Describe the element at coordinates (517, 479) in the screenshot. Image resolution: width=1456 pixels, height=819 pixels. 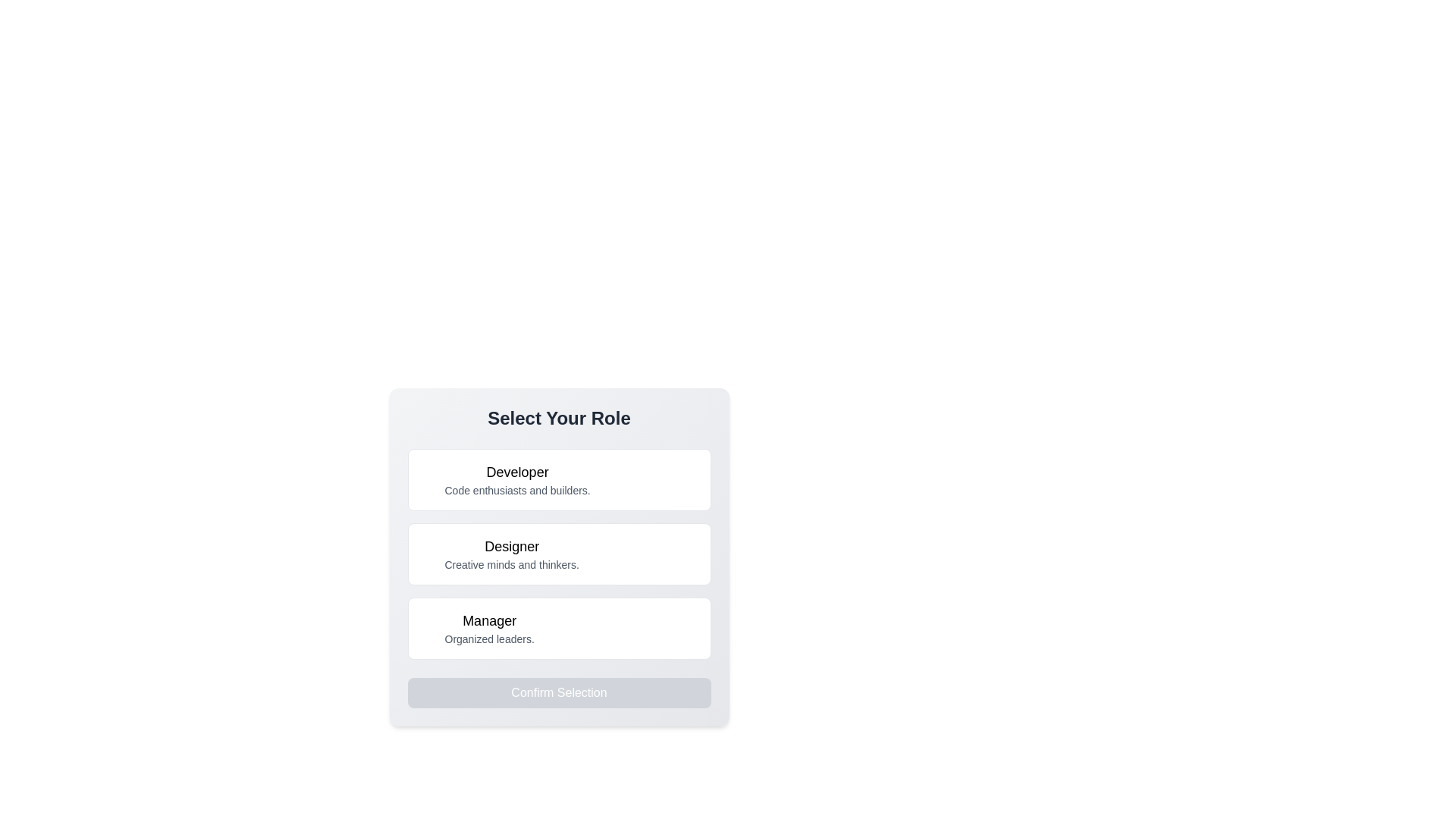
I see `the 'Developer' text block, which is the topmost entry in a list of role descriptions, to make a selection` at that location.